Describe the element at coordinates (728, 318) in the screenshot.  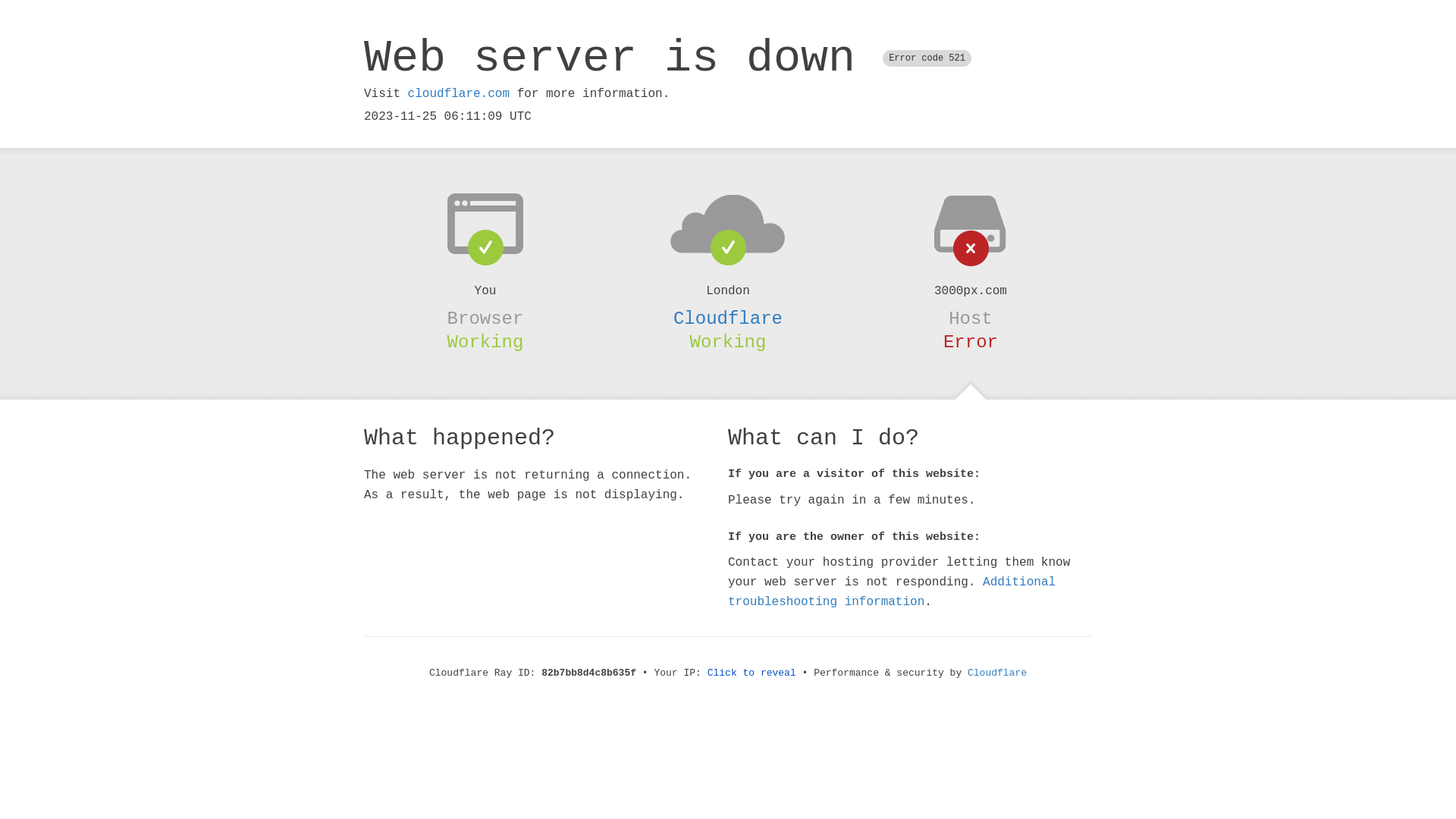
I see `'Cloudflare'` at that location.